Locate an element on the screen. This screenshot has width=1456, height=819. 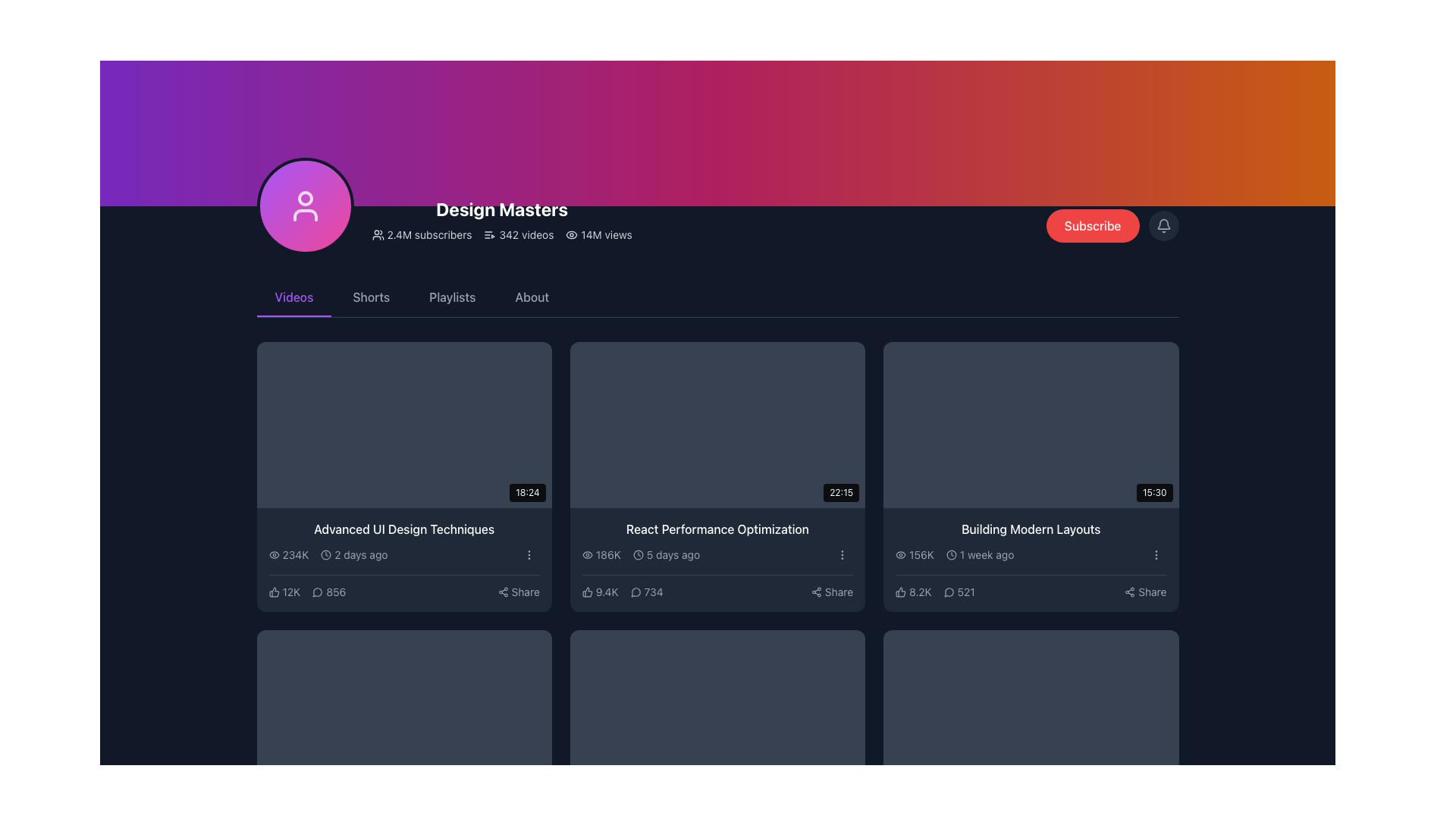
the eye icon representing views located in the 'Advanced UI Design Techniques' video card, positioned beside the '234K' text is located at coordinates (274, 555).